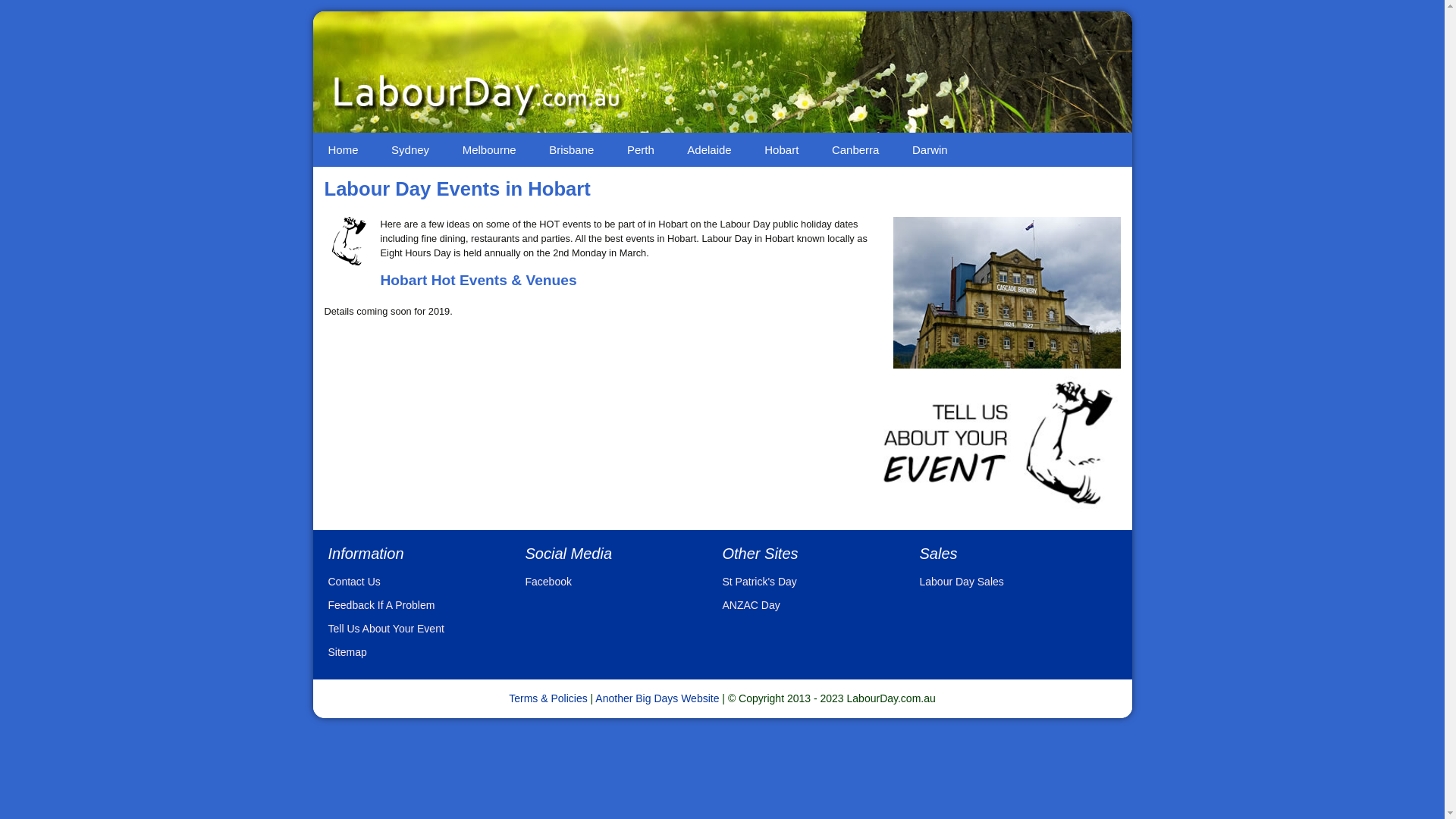 Image resolution: width=1456 pixels, height=819 pixels. Describe the element at coordinates (385, 629) in the screenshot. I see `'Tell Us About Your Event'` at that location.